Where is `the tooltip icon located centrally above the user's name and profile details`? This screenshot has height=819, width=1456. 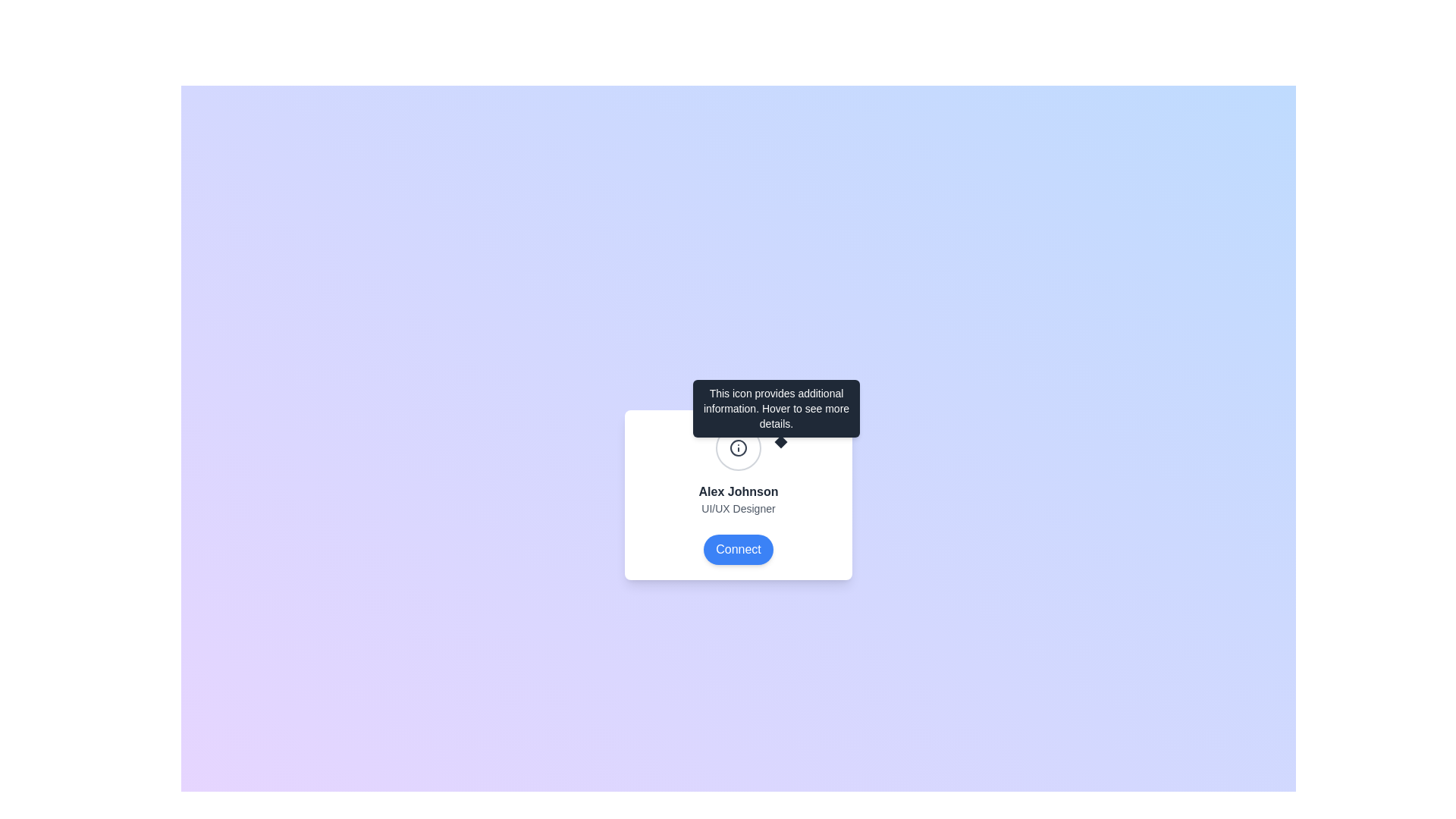
the tooltip icon located centrally above the user's name and profile details is located at coordinates (739, 447).